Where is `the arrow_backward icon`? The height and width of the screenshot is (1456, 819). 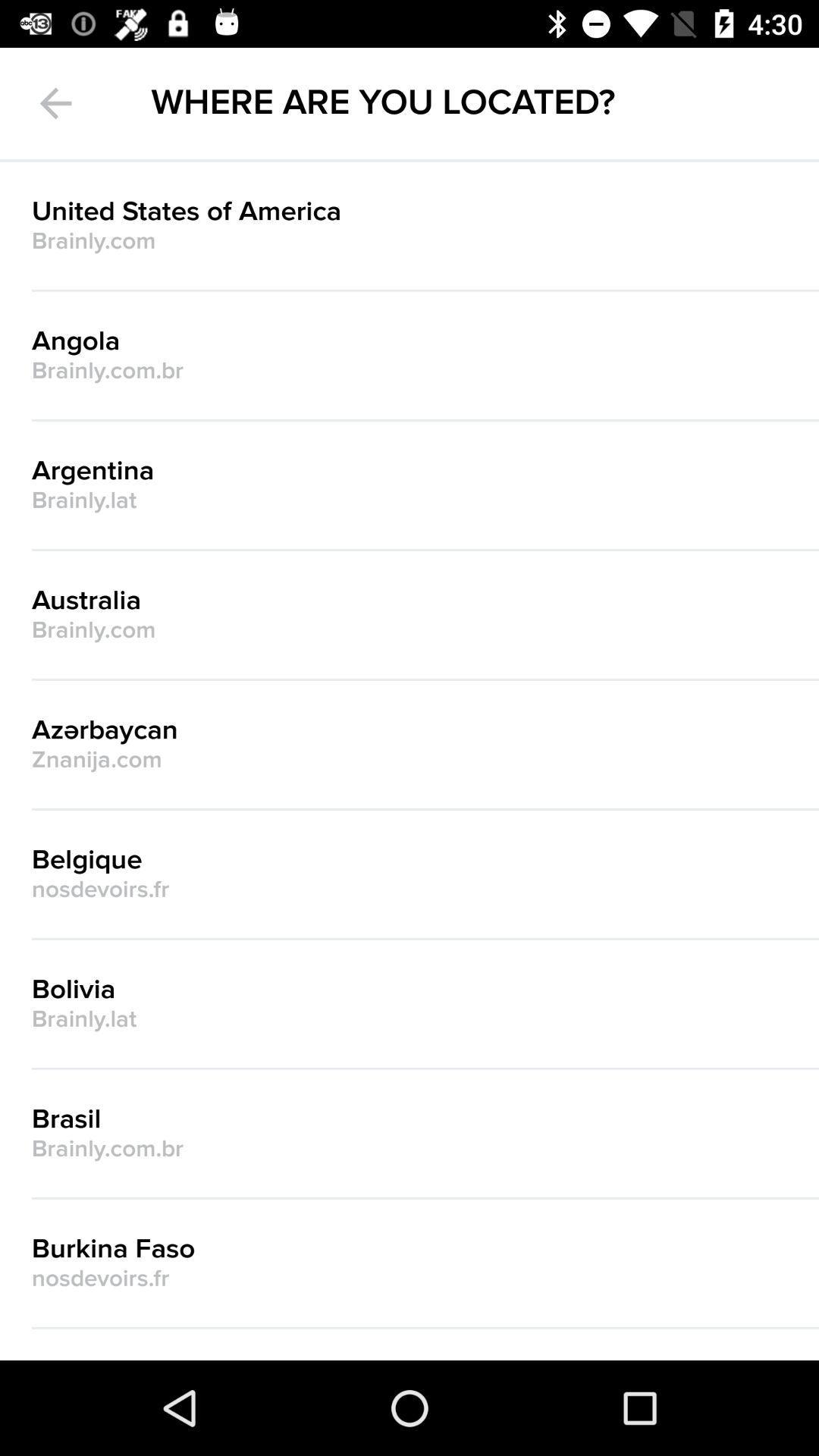 the arrow_backward icon is located at coordinates (55, 102).